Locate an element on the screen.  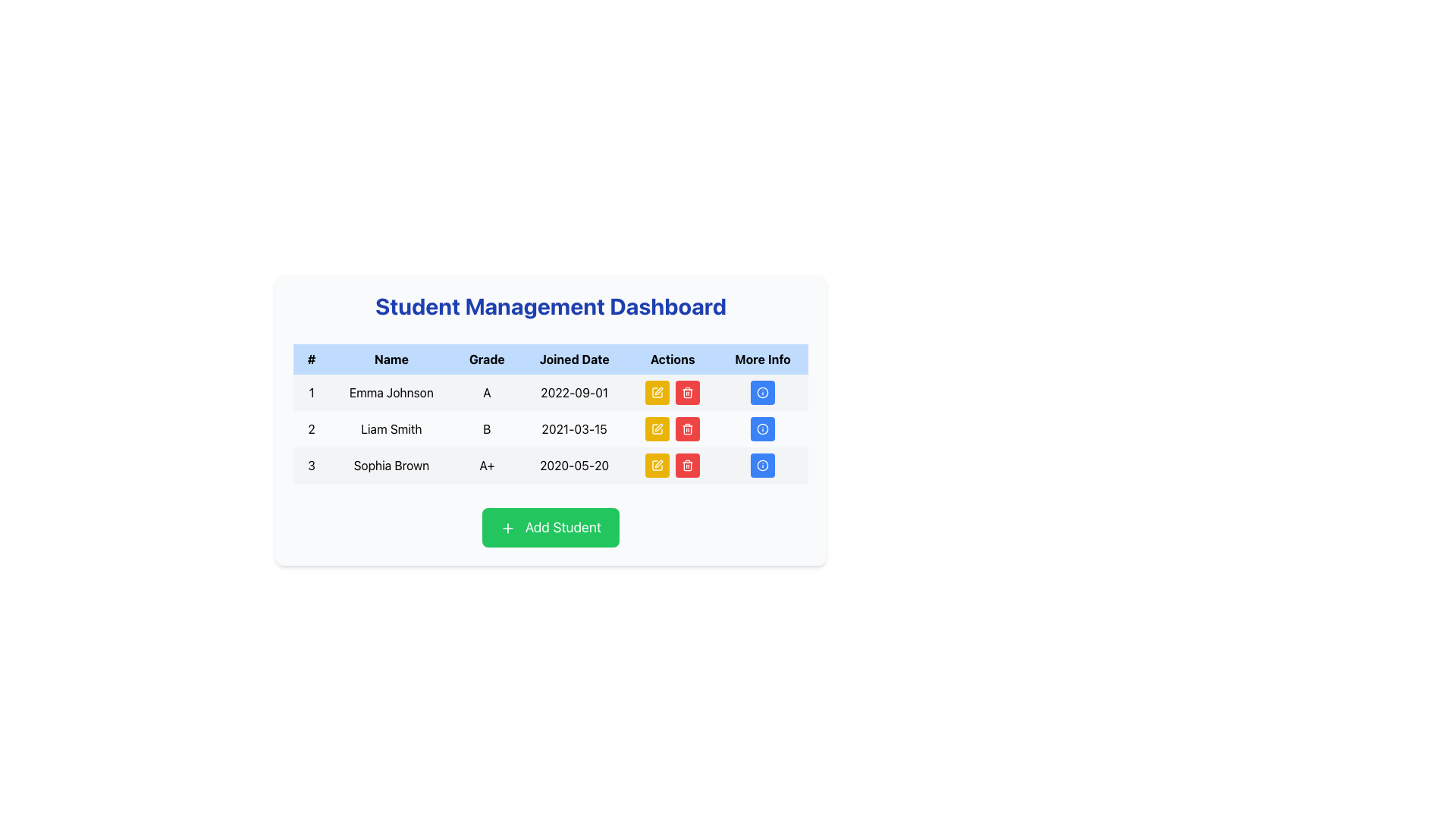
the edit button icon for the row corresponding to 'Liam Smith' to enhance accessibility is located at coordinates (659, 427).